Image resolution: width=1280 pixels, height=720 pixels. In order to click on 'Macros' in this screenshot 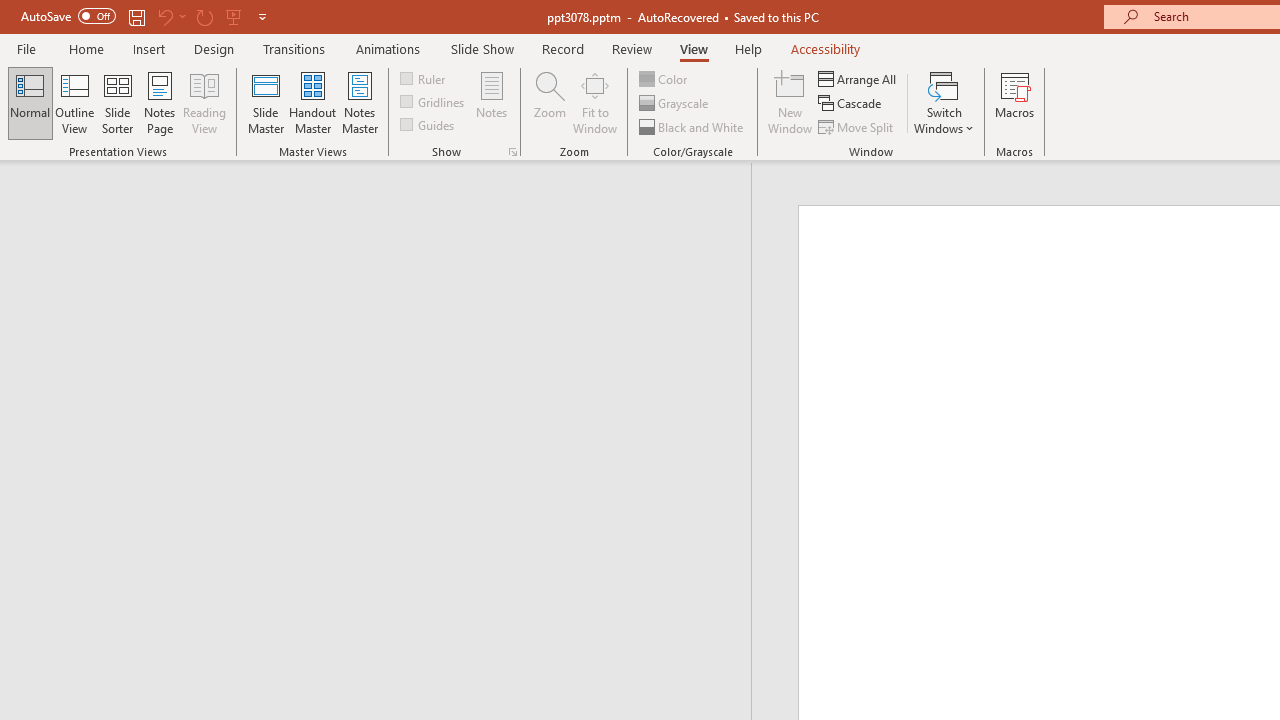, I will do `click(1015, 103)`.